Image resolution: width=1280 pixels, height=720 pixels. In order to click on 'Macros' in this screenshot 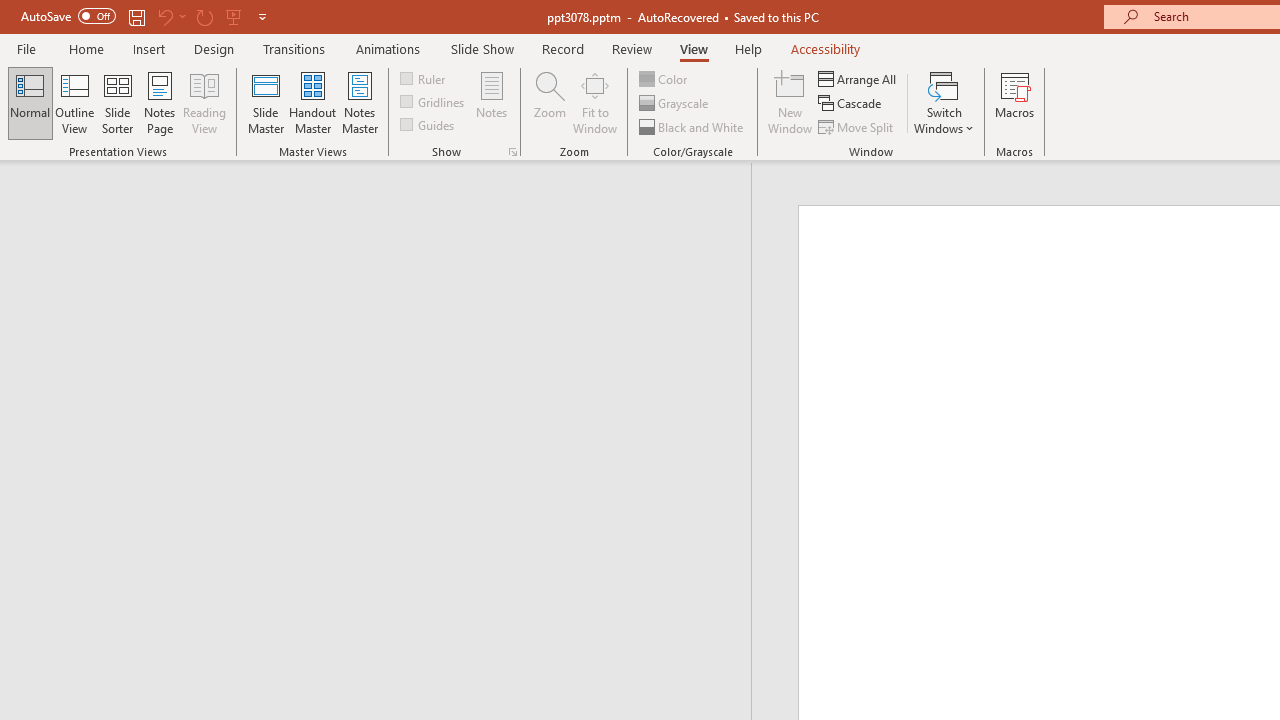, I will do `click(1015, 103)`.